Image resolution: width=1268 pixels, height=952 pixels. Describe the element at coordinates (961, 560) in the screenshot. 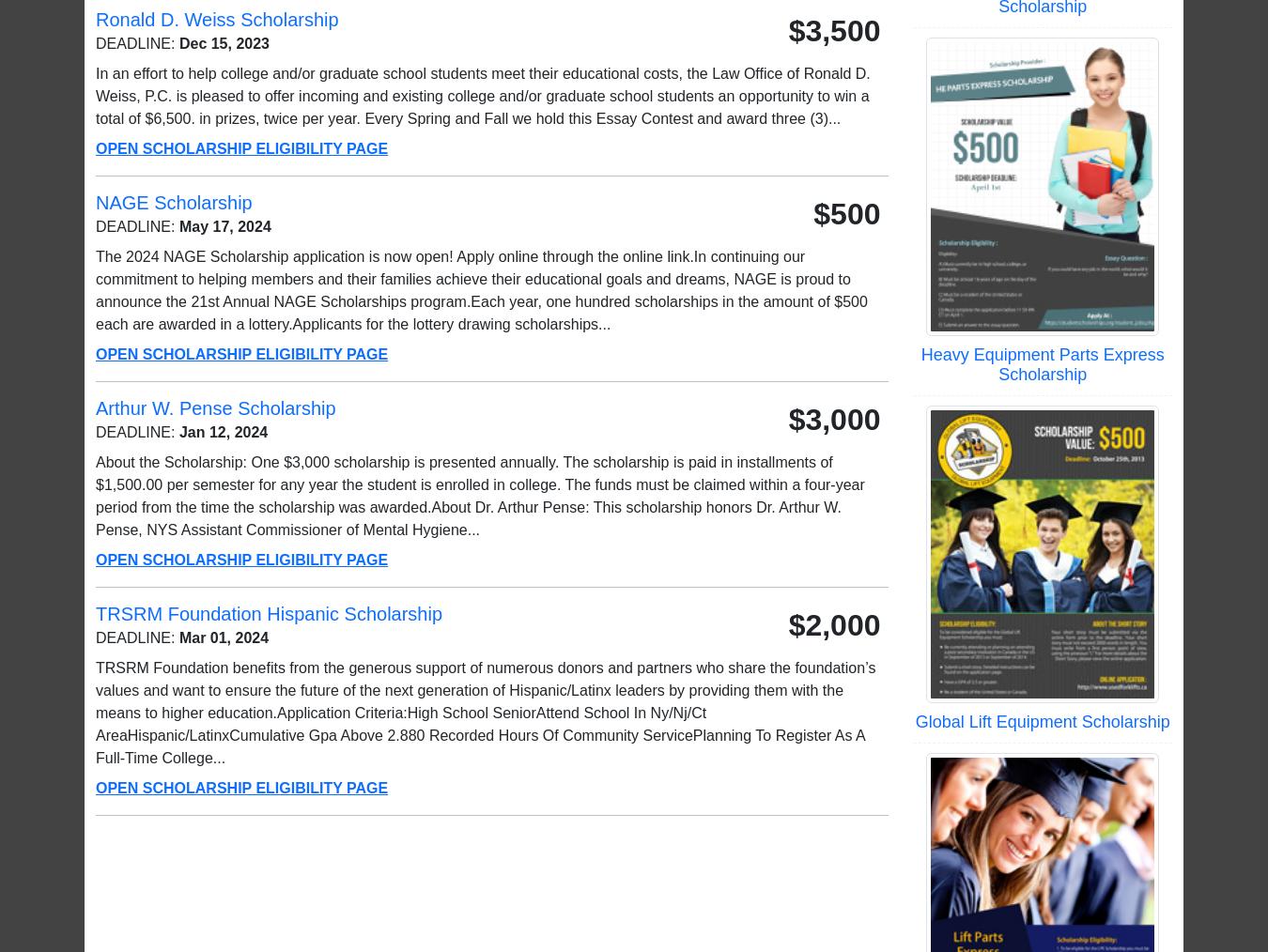

I see `'Review It Scholarship'` at that location.